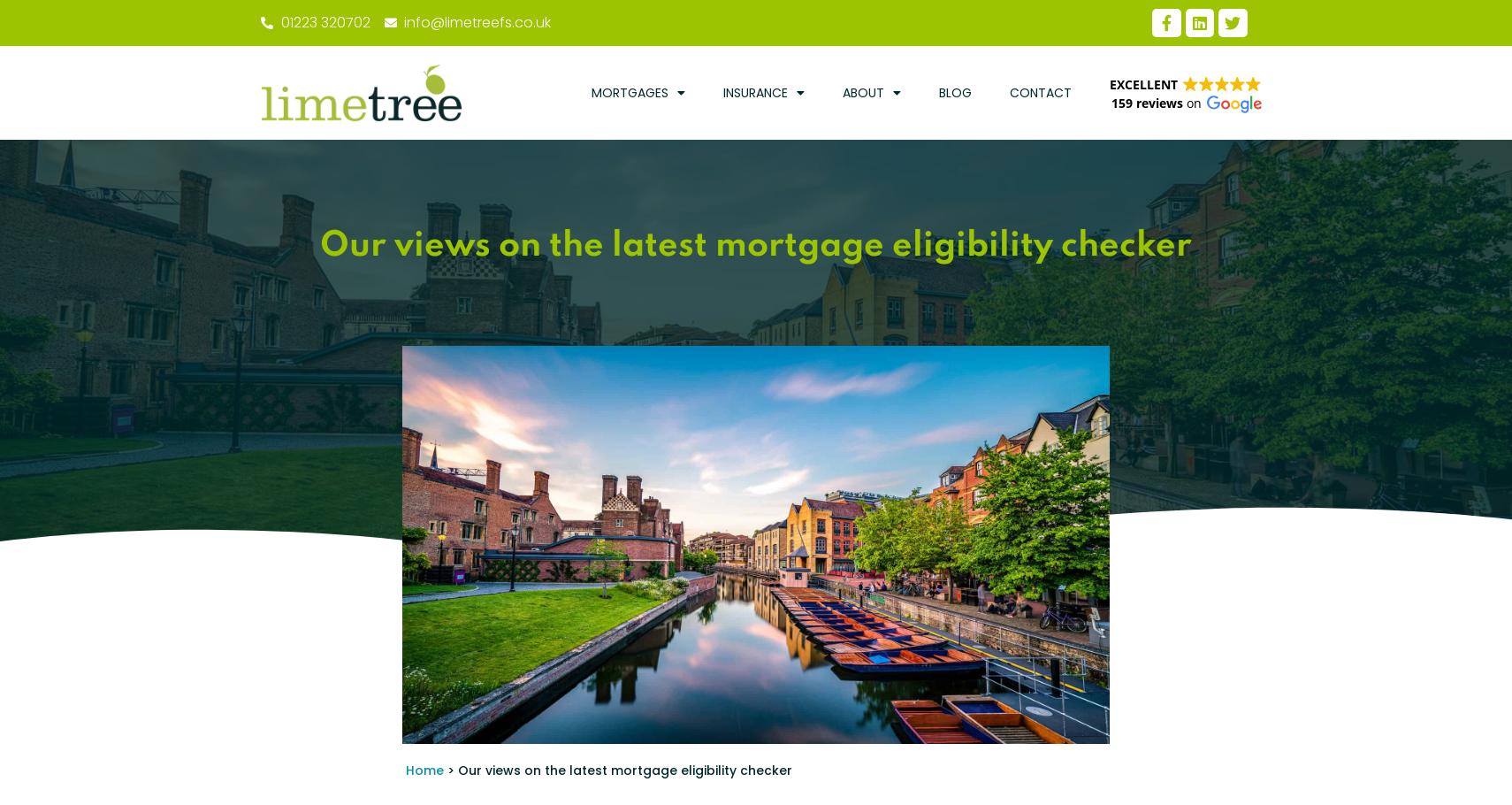 Image resolution: width=1512 pixels, height=805 pixels. What do you see at coordinates (349, 729) in the screenshot?
I see `'S Kirk'` at bounding box center [349, 729].